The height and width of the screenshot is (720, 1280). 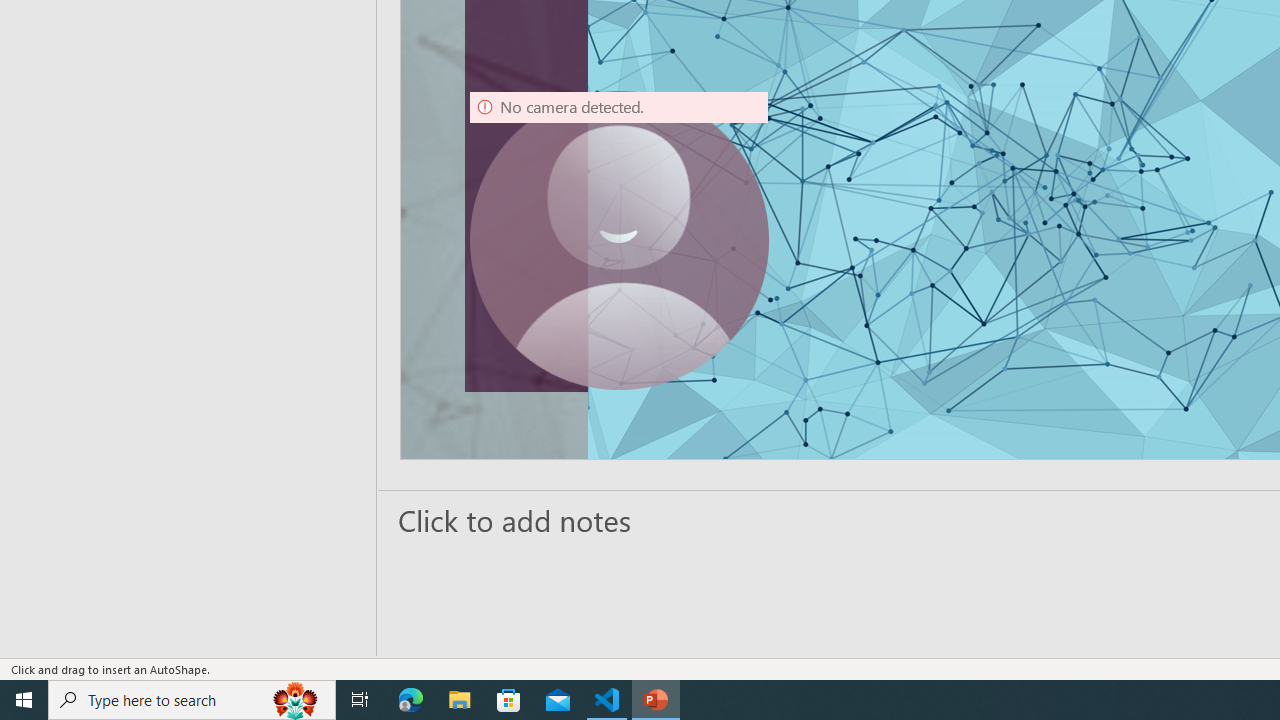 What do you see at coordinates (618, 239) in the screenshot?
I see `'Camera 9, No camera detected.'` at bounding box center [618, 239].